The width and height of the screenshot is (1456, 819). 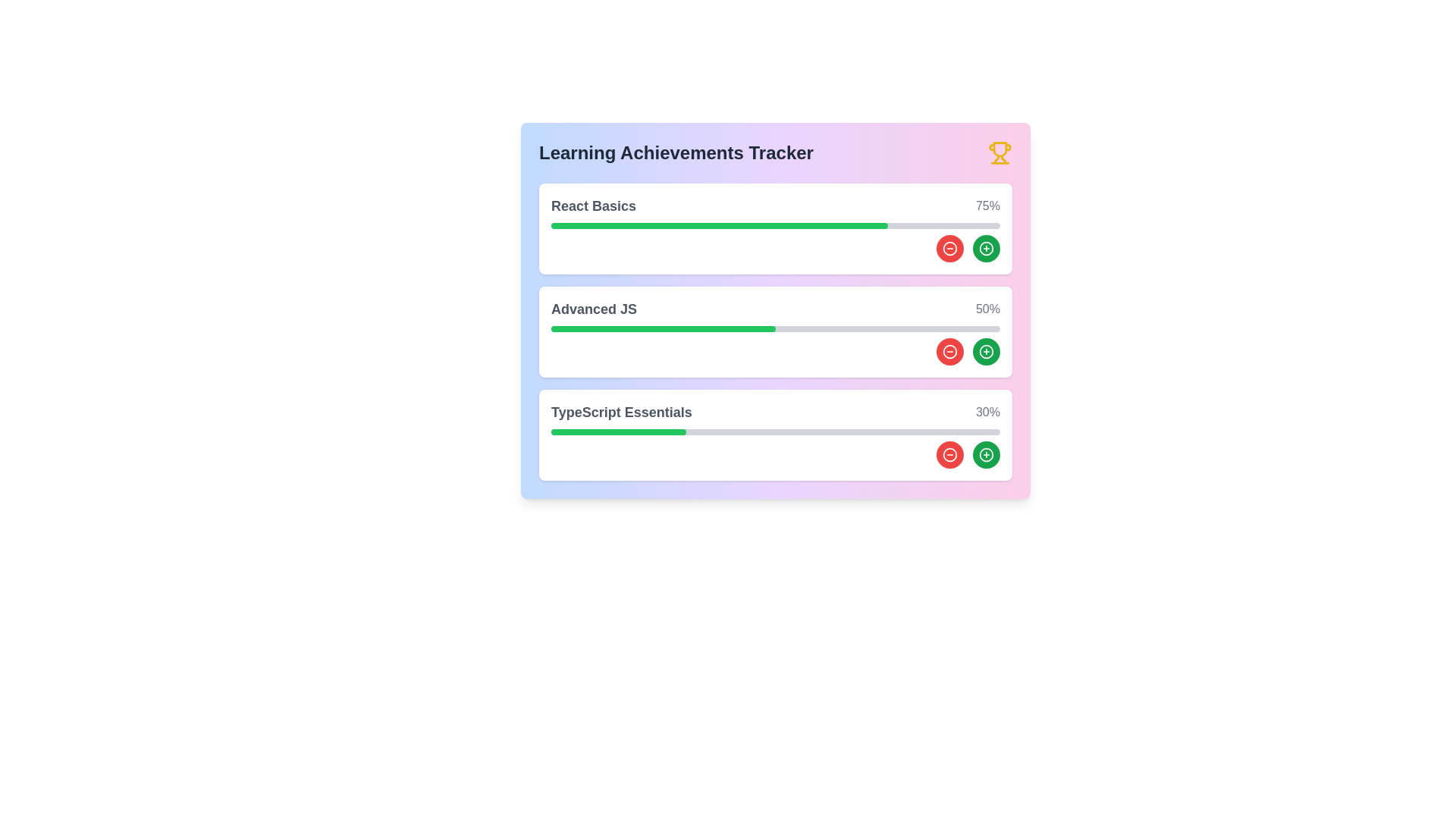 I want to click on the second button in the Advanced JS progress module, positioned to the right of the red circular button with a minus icon, to increment the associated progress, so click(x=986, y=351).